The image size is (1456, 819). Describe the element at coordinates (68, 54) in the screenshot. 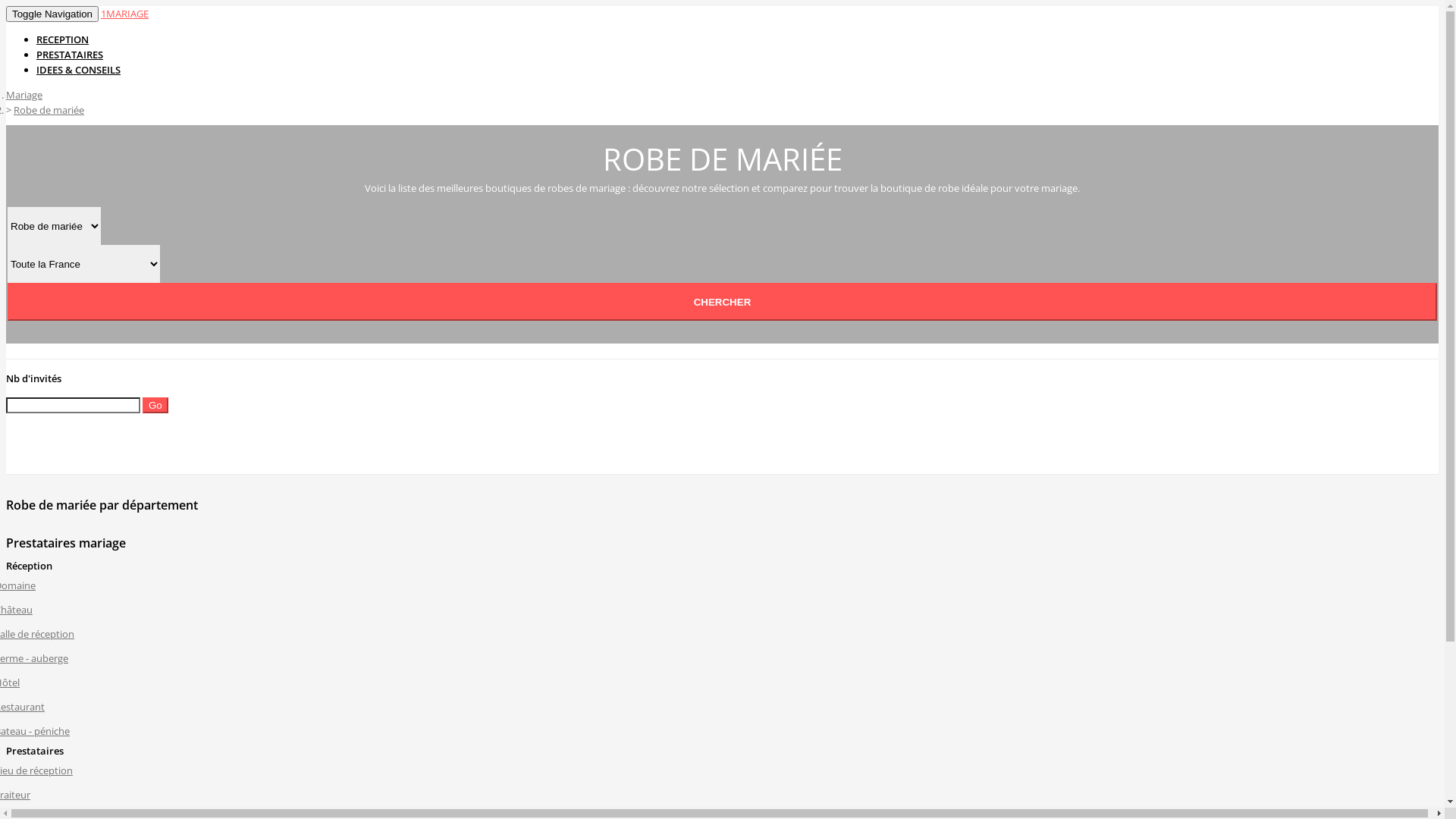

I see `'PRESTATAIRES'` at that location.